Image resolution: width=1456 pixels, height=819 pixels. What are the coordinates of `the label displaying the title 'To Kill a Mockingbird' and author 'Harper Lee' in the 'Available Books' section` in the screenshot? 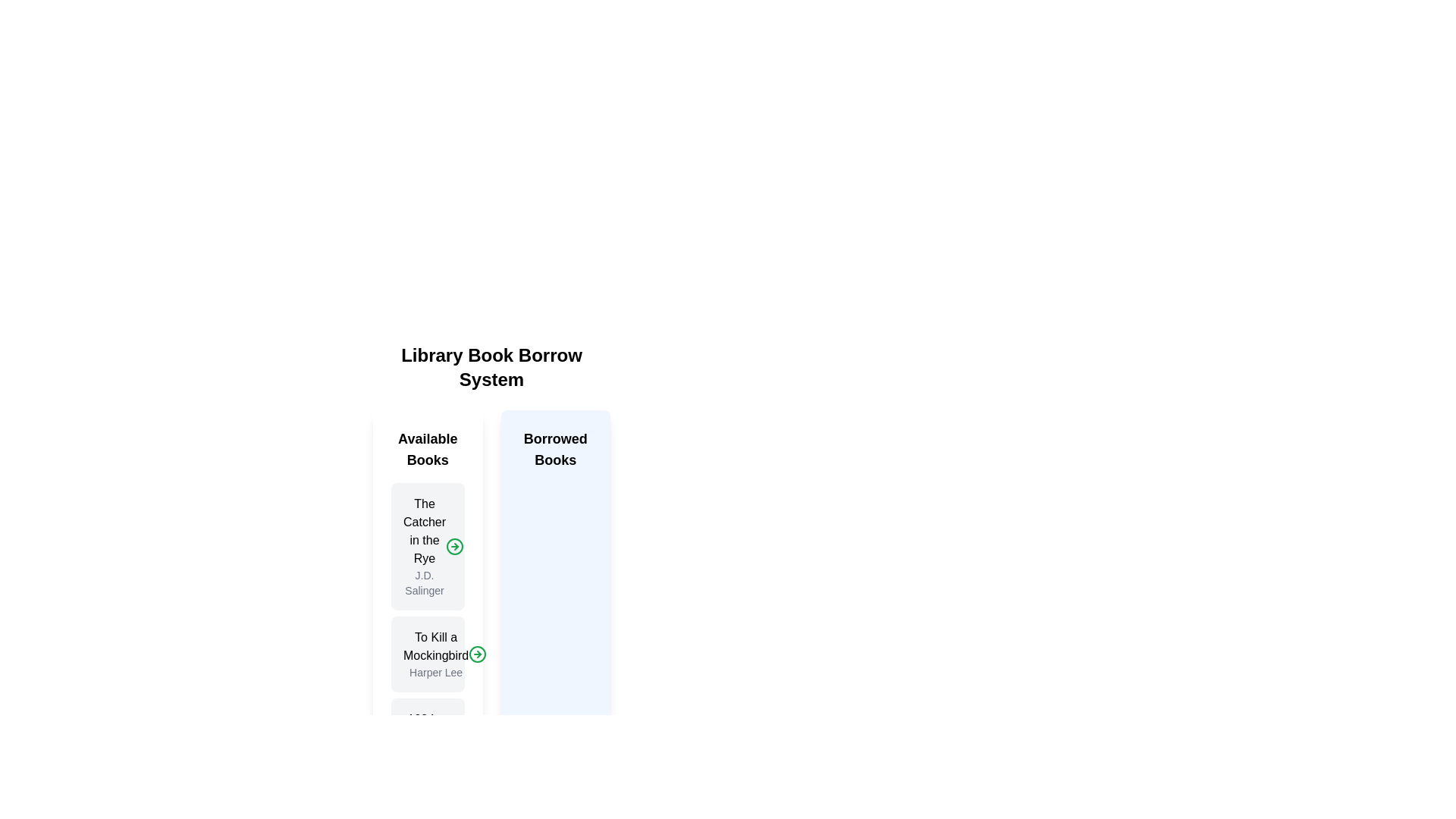 It's located at (435, 654).